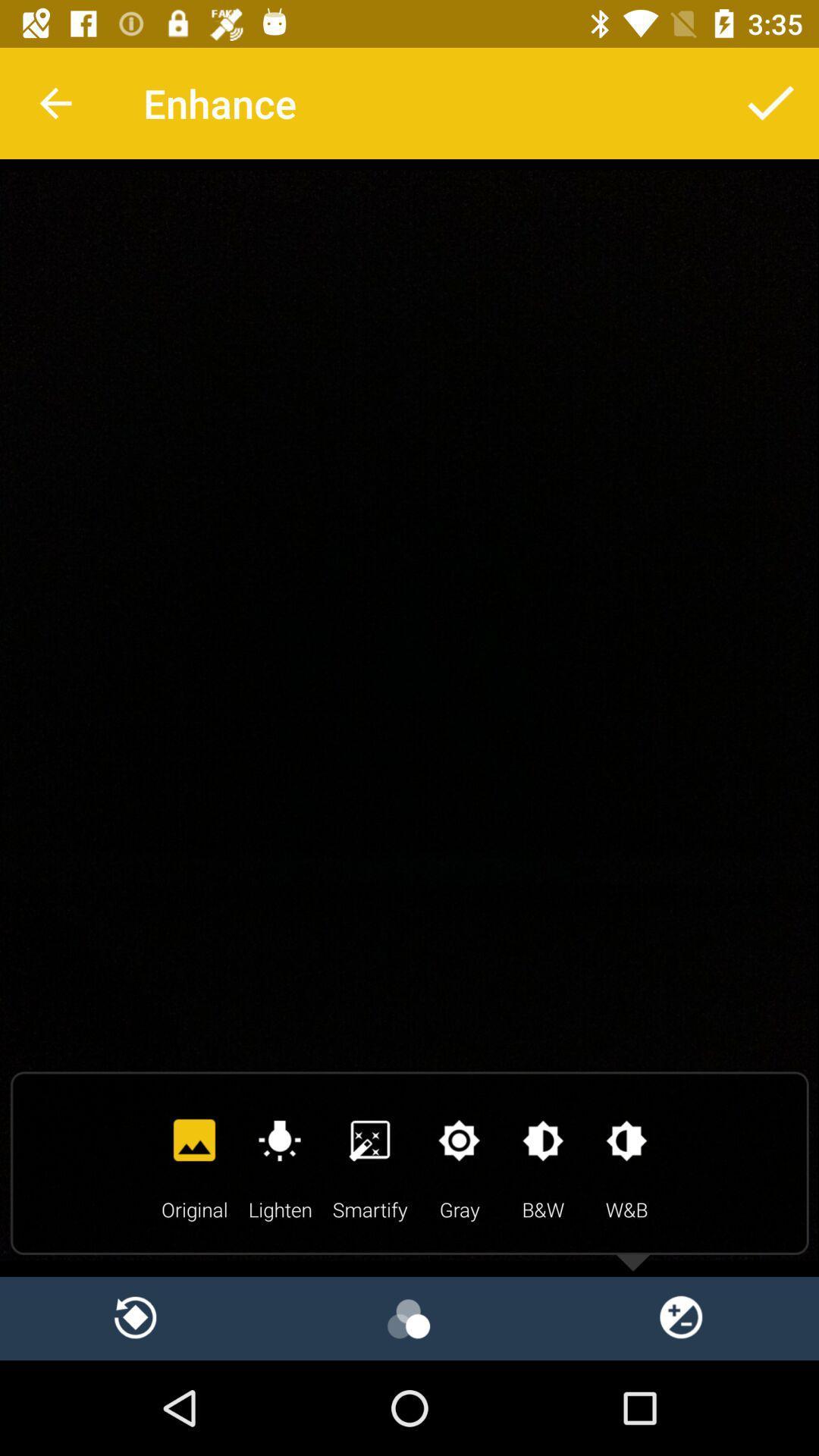 Image resolution: width=819 pixels, height=1456 pixels. Describe the element at coordinates (771, 102) in the screenshot. I see `click the ok` at that location.